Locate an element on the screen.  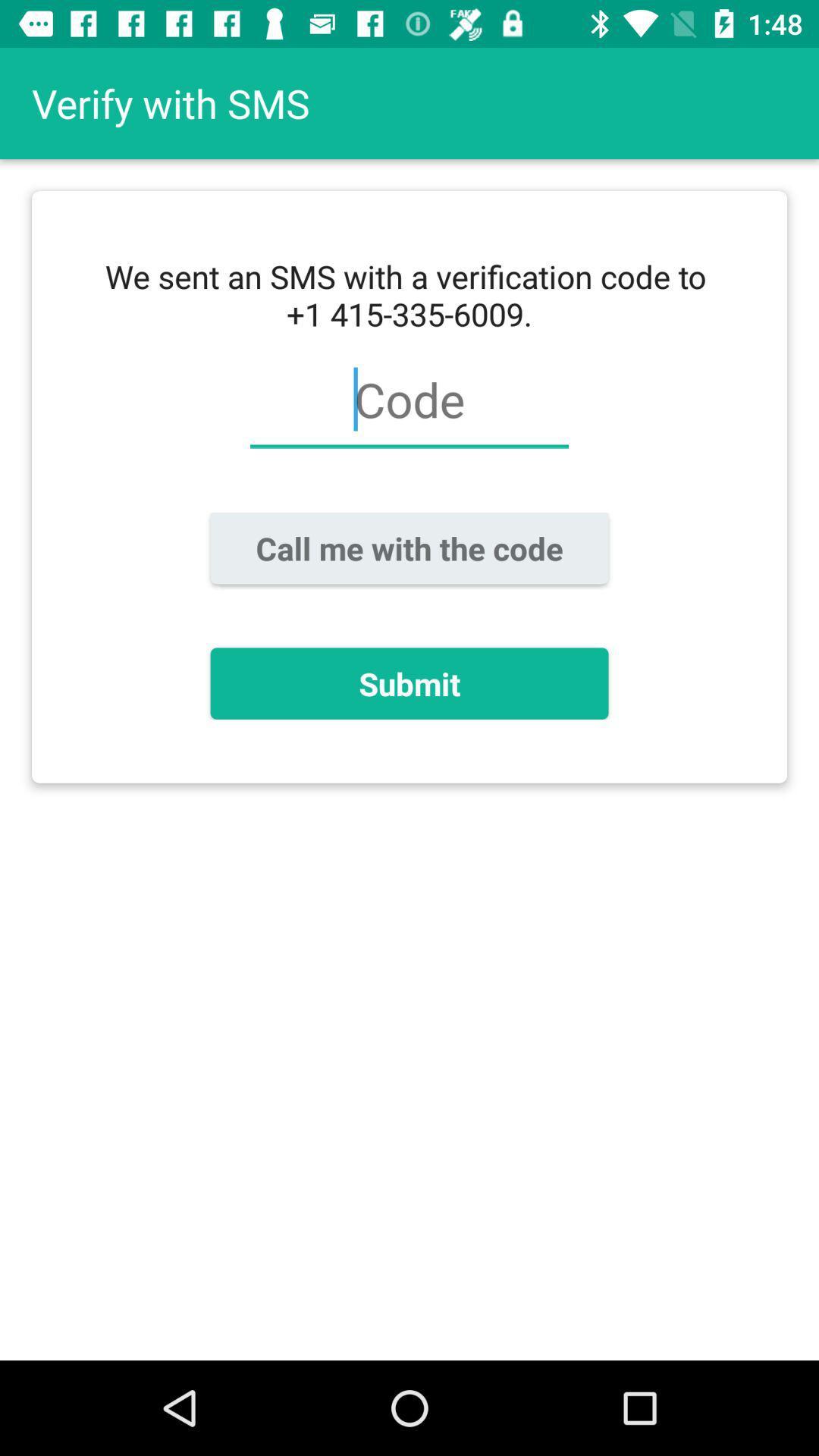
the item above submit item is located at coordinates (409, 548).